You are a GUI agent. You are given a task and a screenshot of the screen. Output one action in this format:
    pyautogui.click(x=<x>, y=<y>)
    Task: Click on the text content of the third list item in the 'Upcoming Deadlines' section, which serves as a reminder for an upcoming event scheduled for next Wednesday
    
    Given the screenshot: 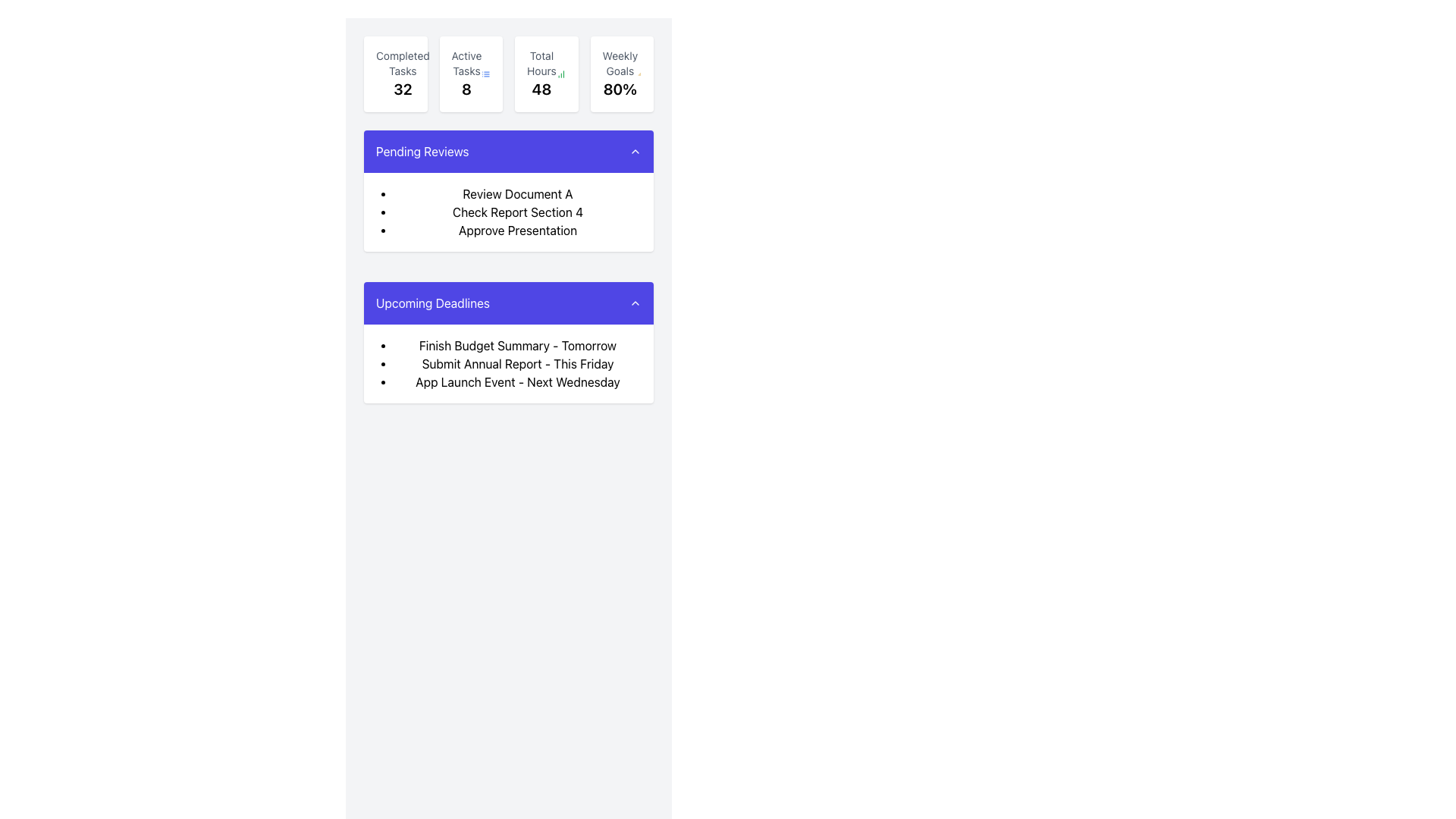 What is the action you would take?
    pyautogui.click(x=517, y=381)
    